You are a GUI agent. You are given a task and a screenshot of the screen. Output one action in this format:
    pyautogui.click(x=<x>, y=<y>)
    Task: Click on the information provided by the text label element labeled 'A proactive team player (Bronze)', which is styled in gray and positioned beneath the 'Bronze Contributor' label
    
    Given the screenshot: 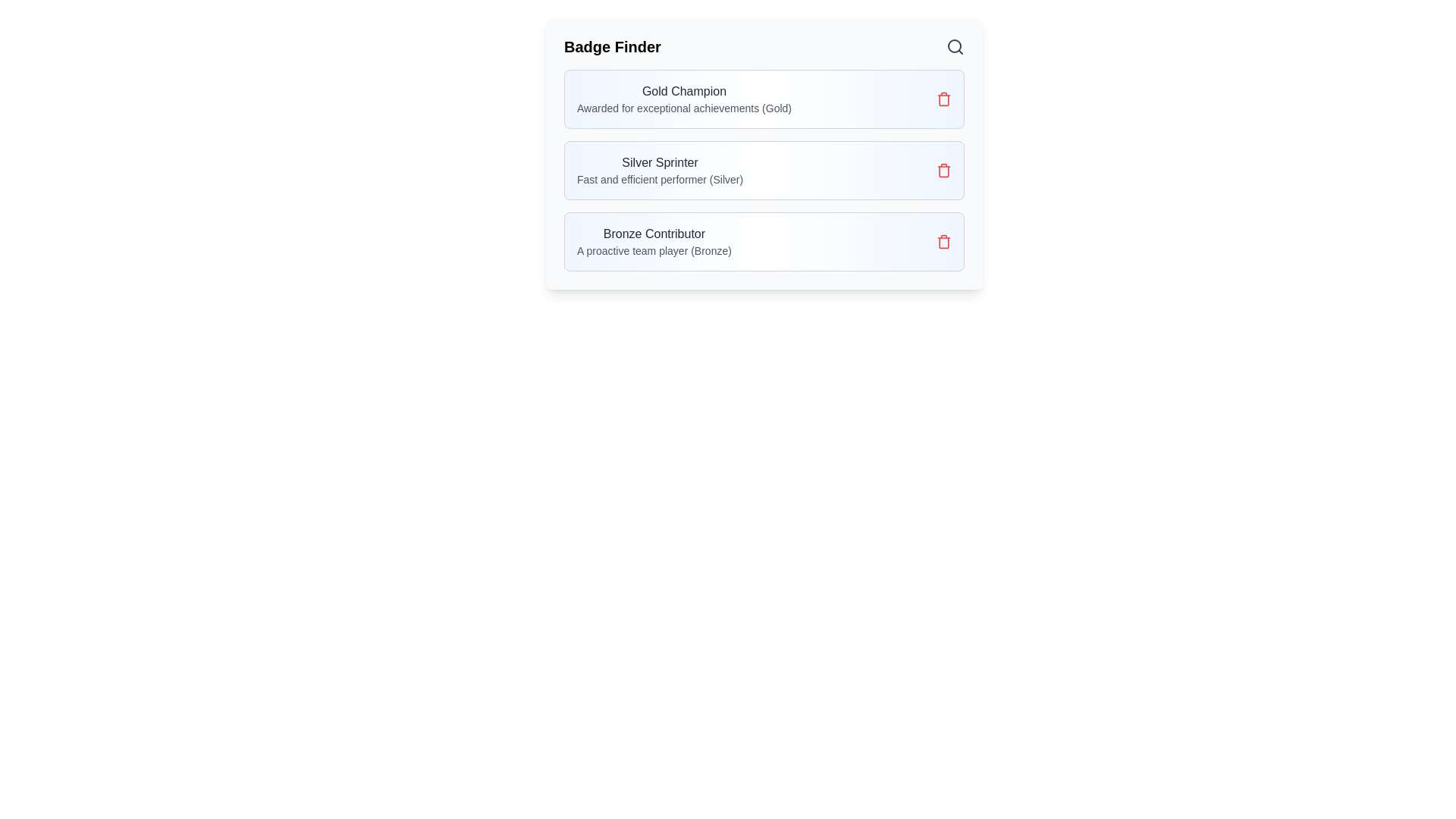 What is the action you would take?
    pyautogui.click(x=654, y=250)
    